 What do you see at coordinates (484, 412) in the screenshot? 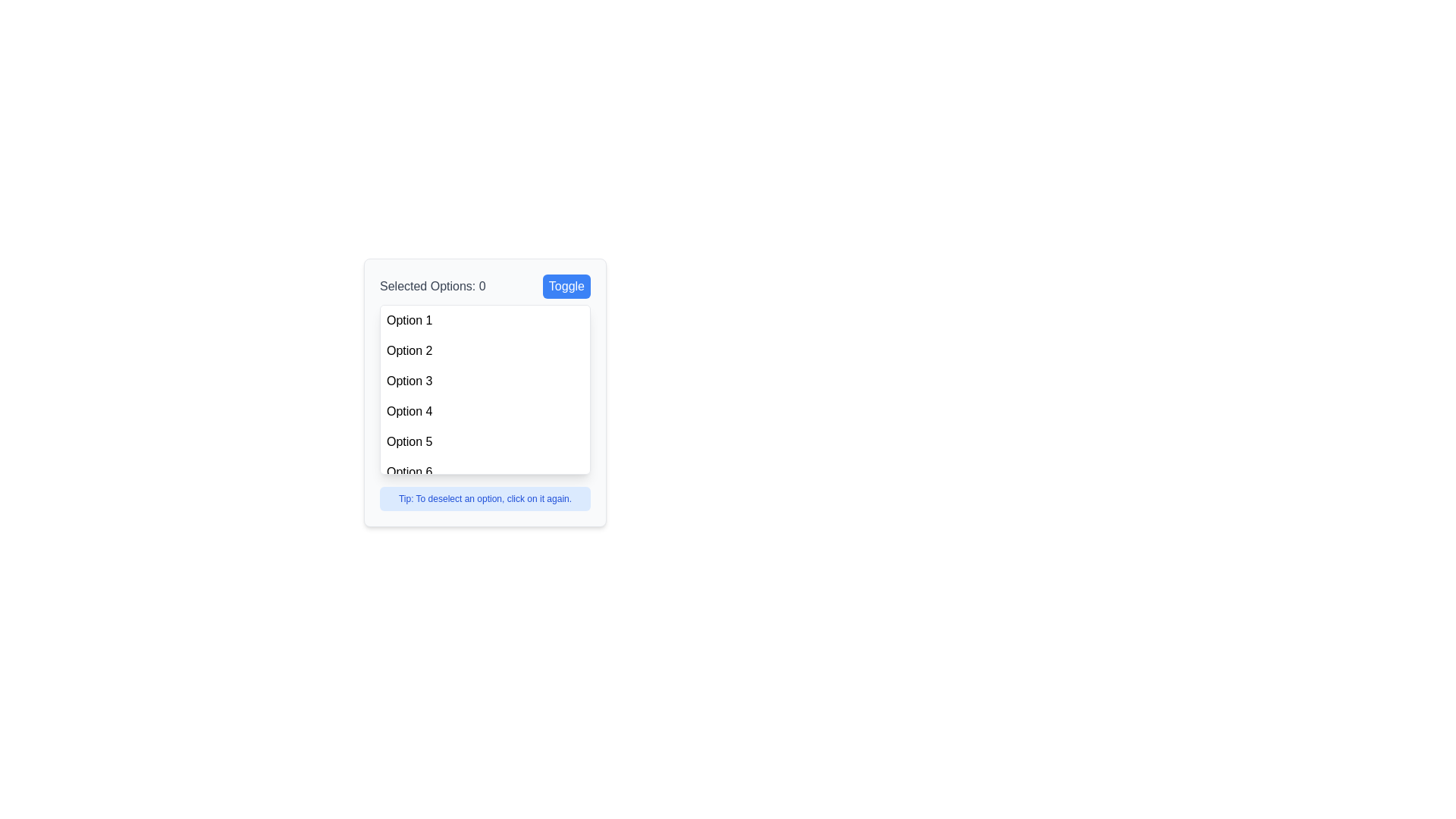
I see `the List item labeled 'Option 4' in the dropdown component to change its background color` at bounding box center [484, 412].